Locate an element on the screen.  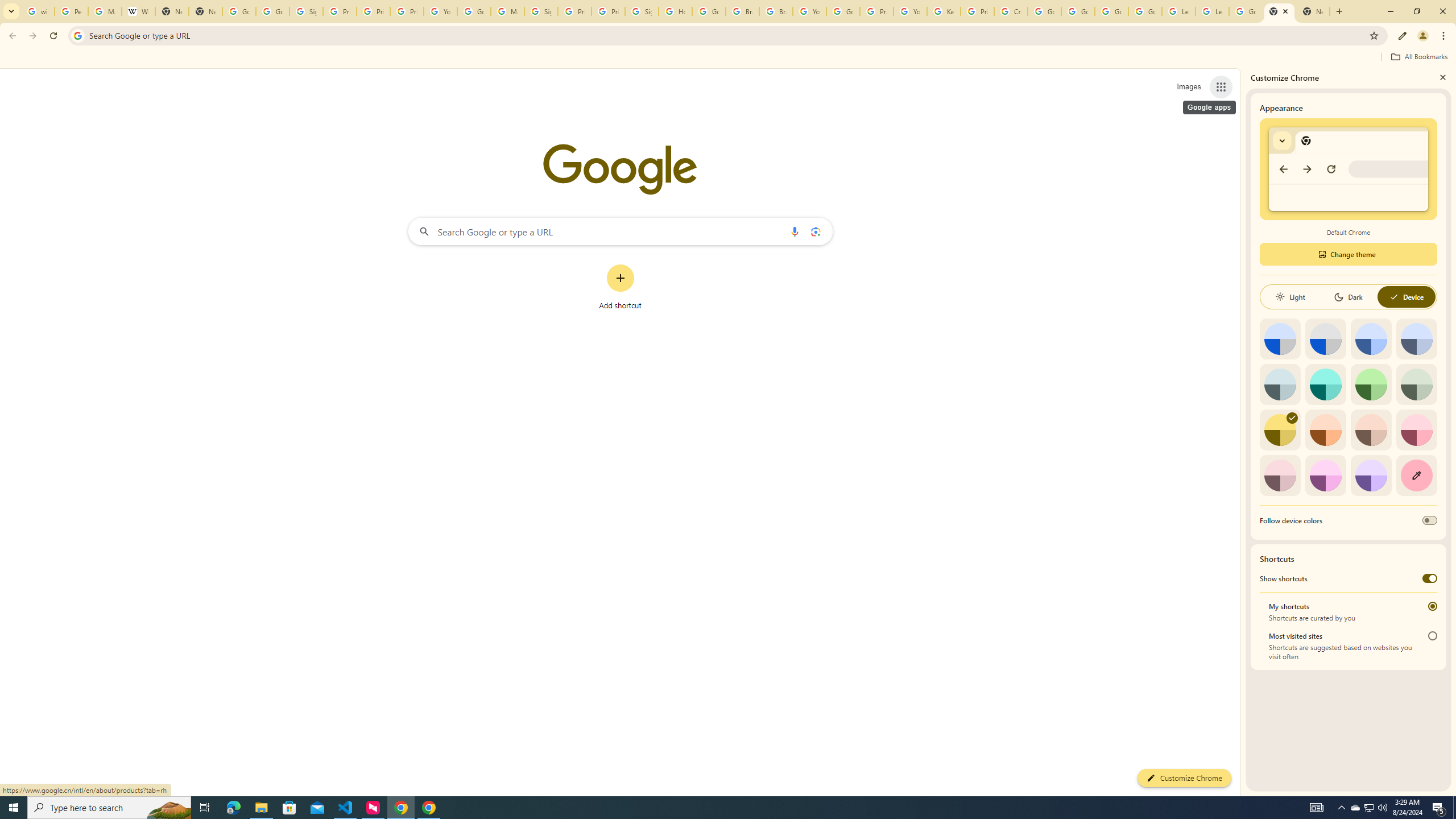
'Search for Images ' is located at coordinates (1189, 87).